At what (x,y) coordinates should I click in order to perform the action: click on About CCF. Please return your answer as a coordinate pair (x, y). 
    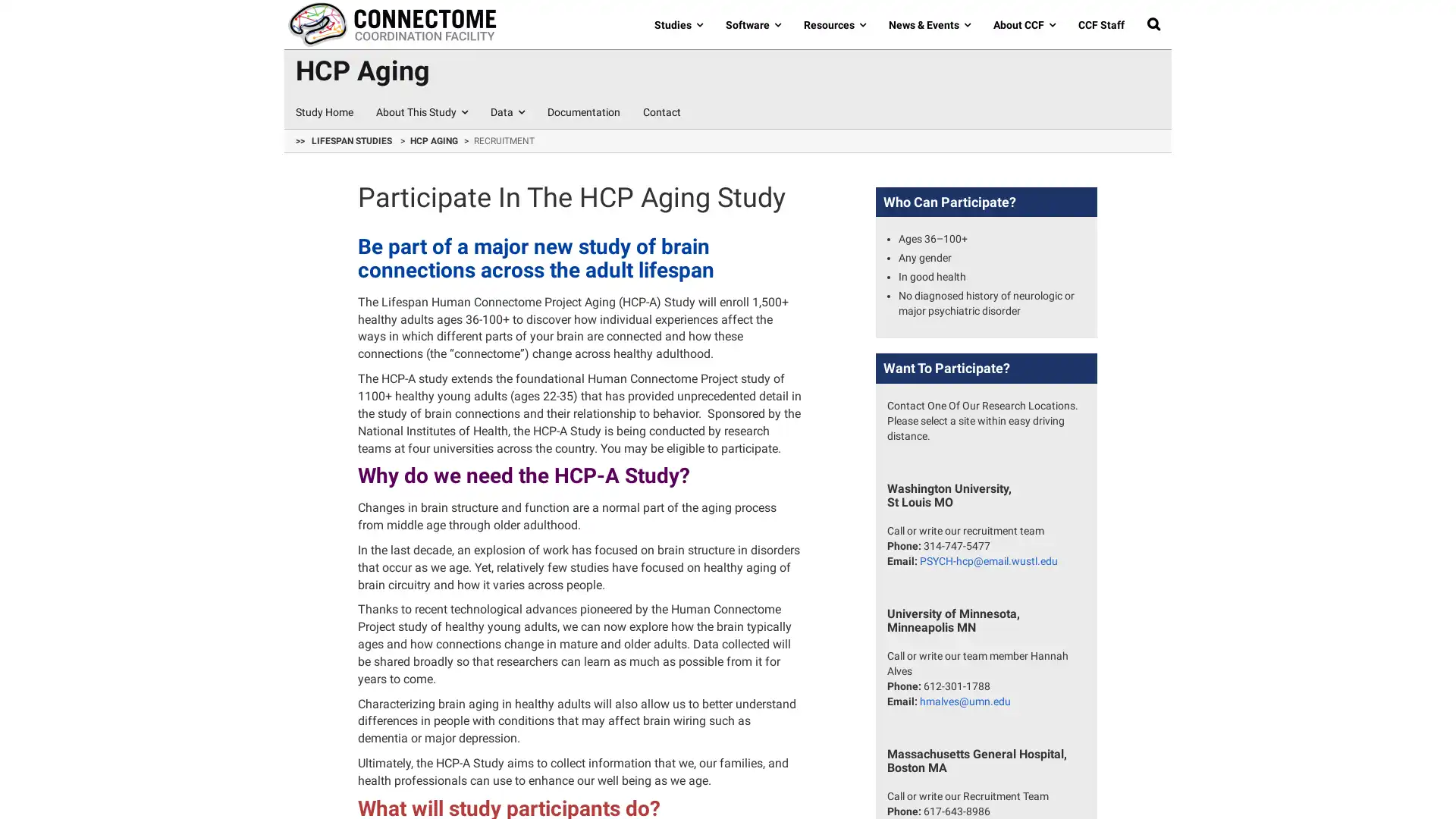
    Looking at the image, I should click on (1024, 29).